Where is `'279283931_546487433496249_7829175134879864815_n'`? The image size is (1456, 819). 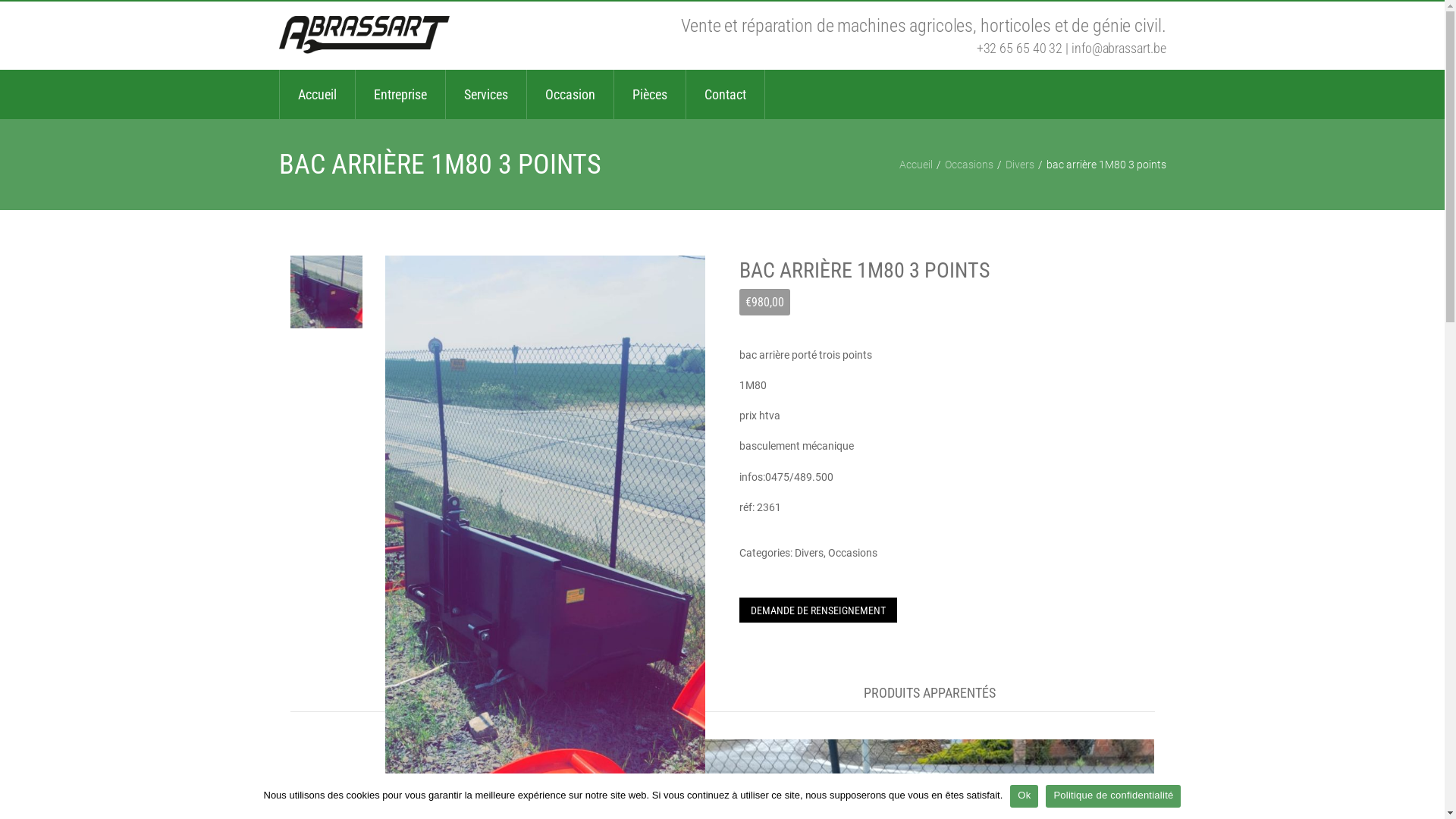
'279283931_546487433496249_7829175134879864815_n' is located at coordinates (325, 292).